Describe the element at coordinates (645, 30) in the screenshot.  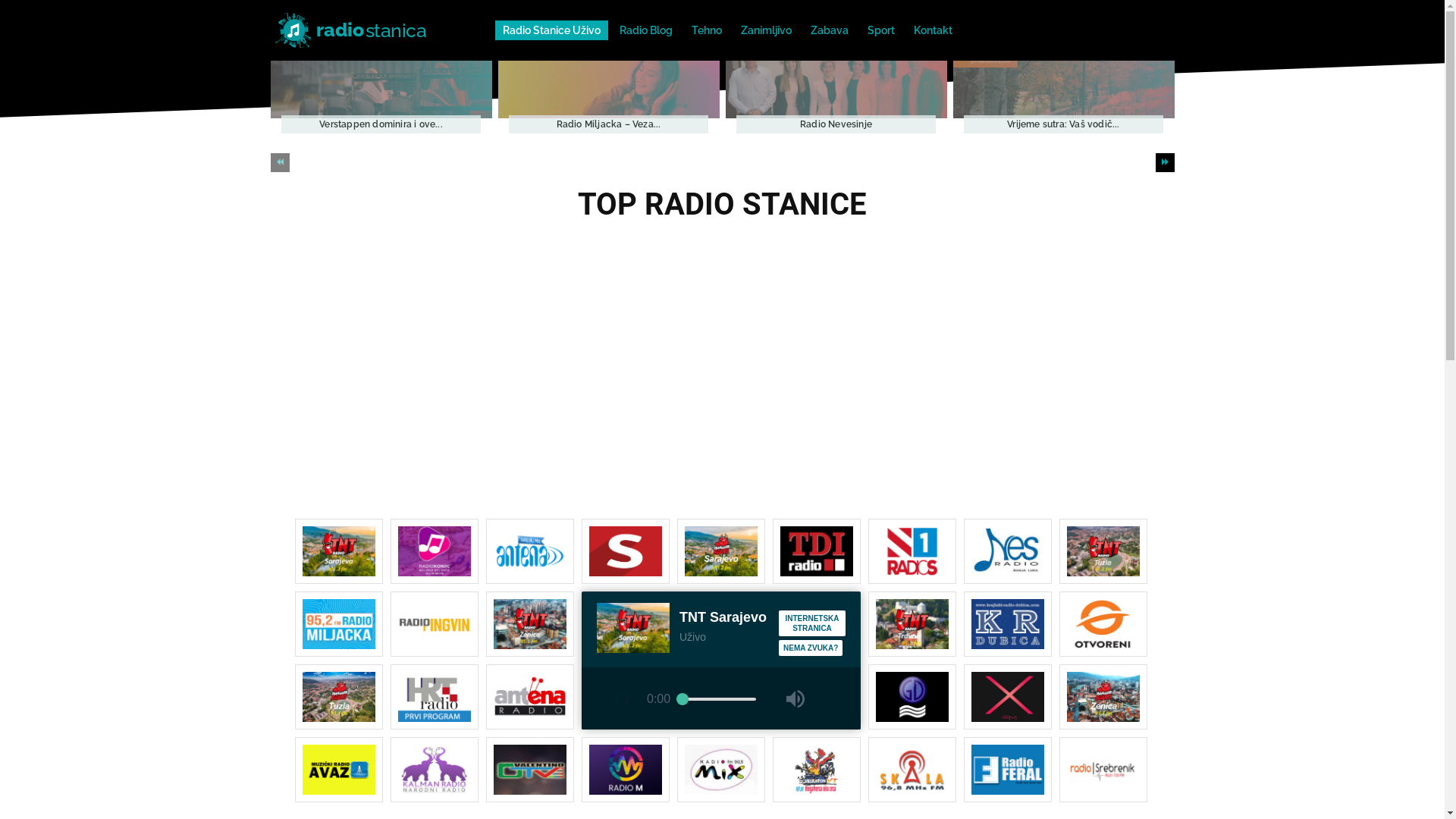
I see `'Radio Blog'` at that location.